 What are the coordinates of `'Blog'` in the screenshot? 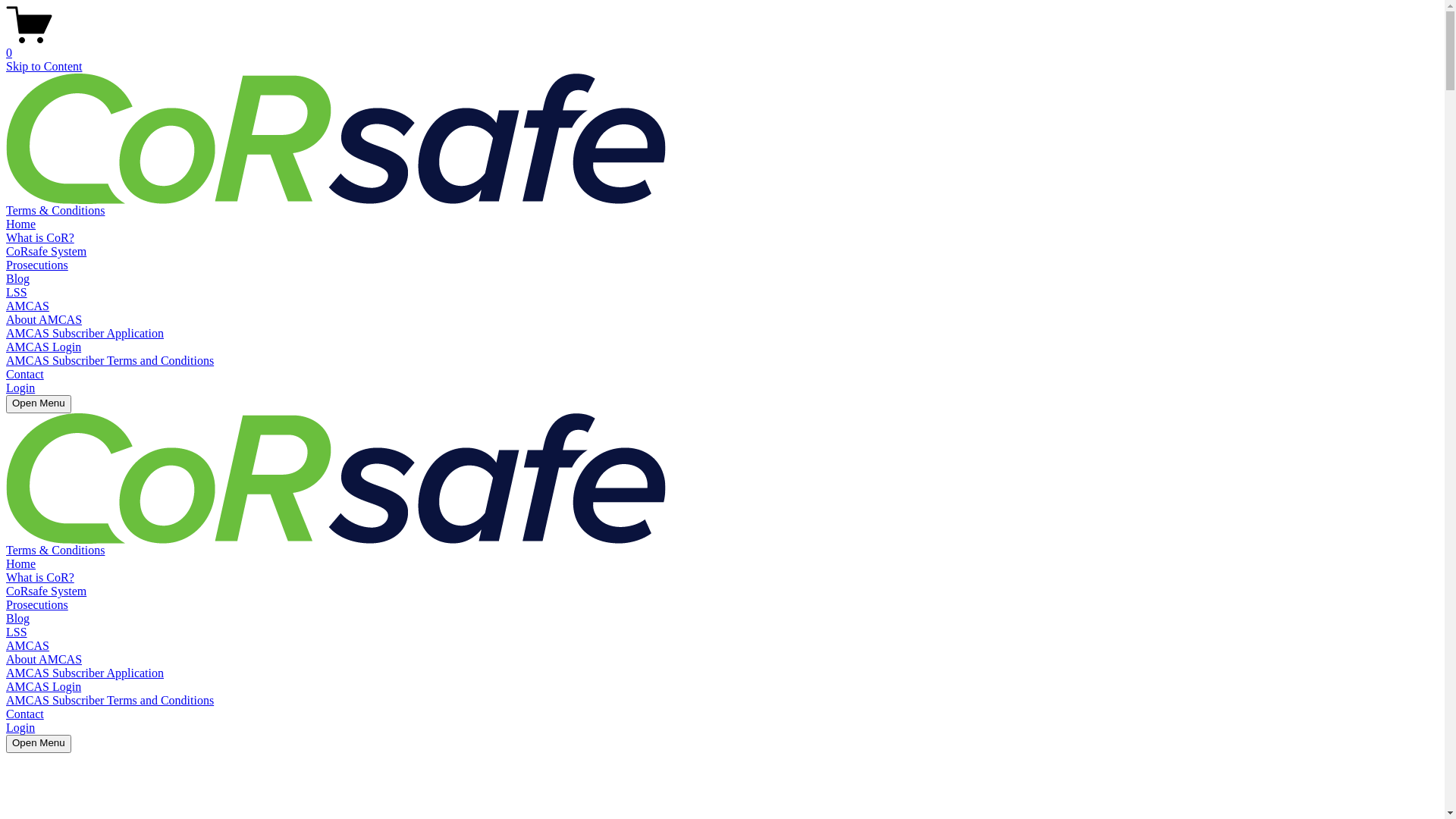 It's located at (17, 278).